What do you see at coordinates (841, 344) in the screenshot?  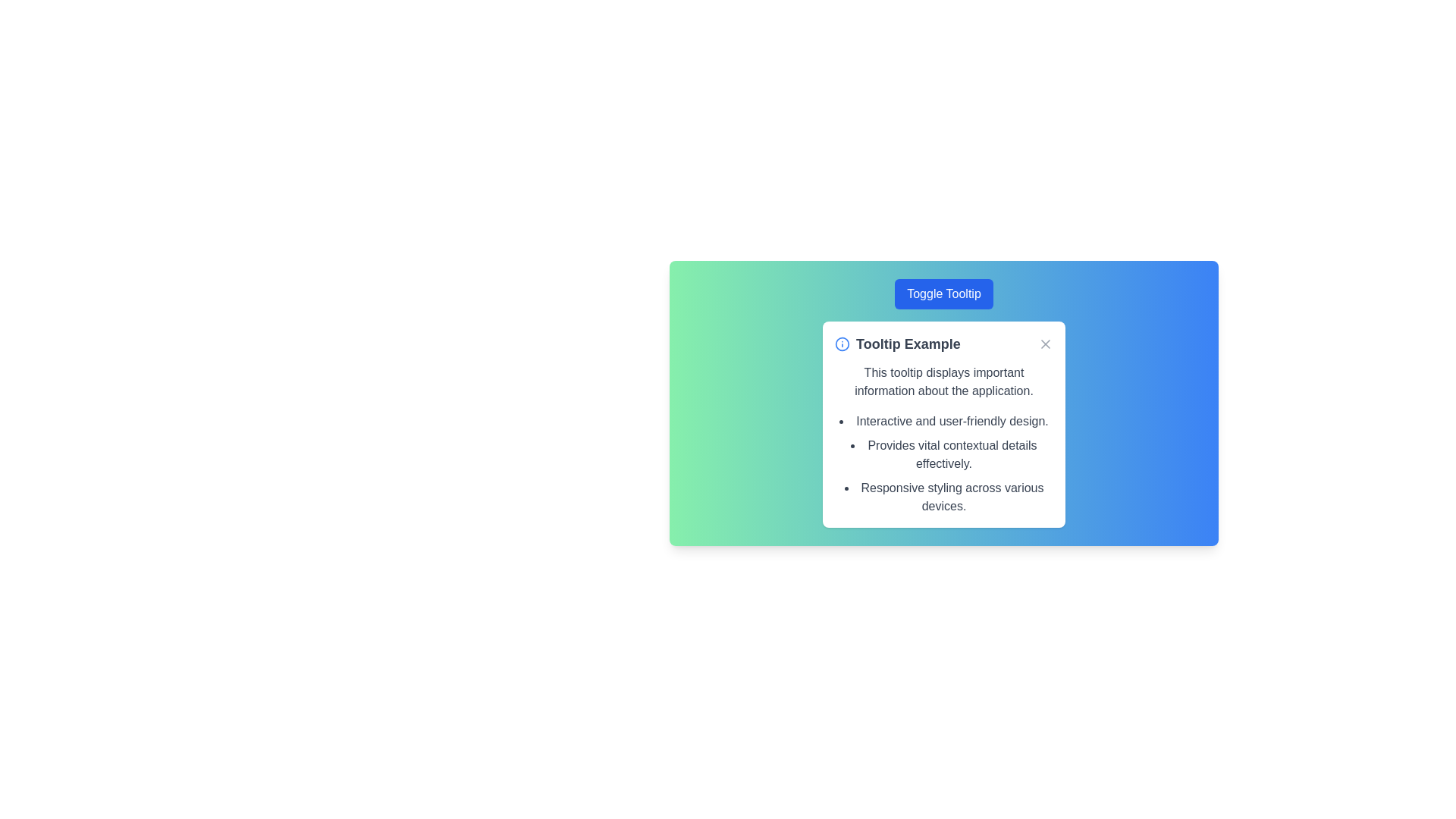 I see `the circular information icon with a blue outline and central 'i' symbol, located to the left of the title text 'Tooltip Example'` at bounding box center [841, 344].